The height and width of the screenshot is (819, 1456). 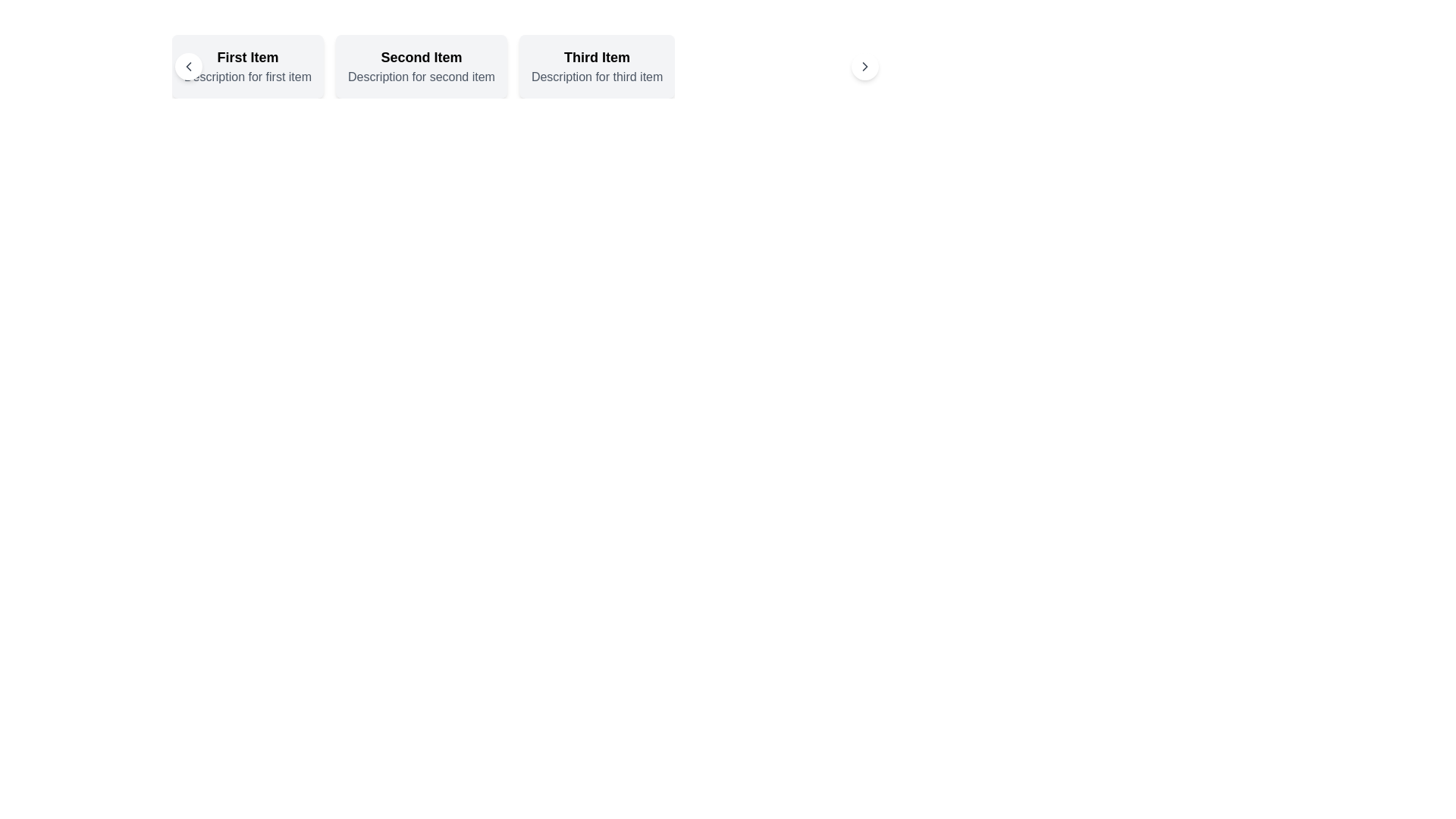 What do you see at coordinates (596, 77) in the screenshot?
I see `the text label displaying 'Description for third item' which is located beneath the title 'Third Item' in the third section of the horizontally aligned list` at bounding box center [596, 77].